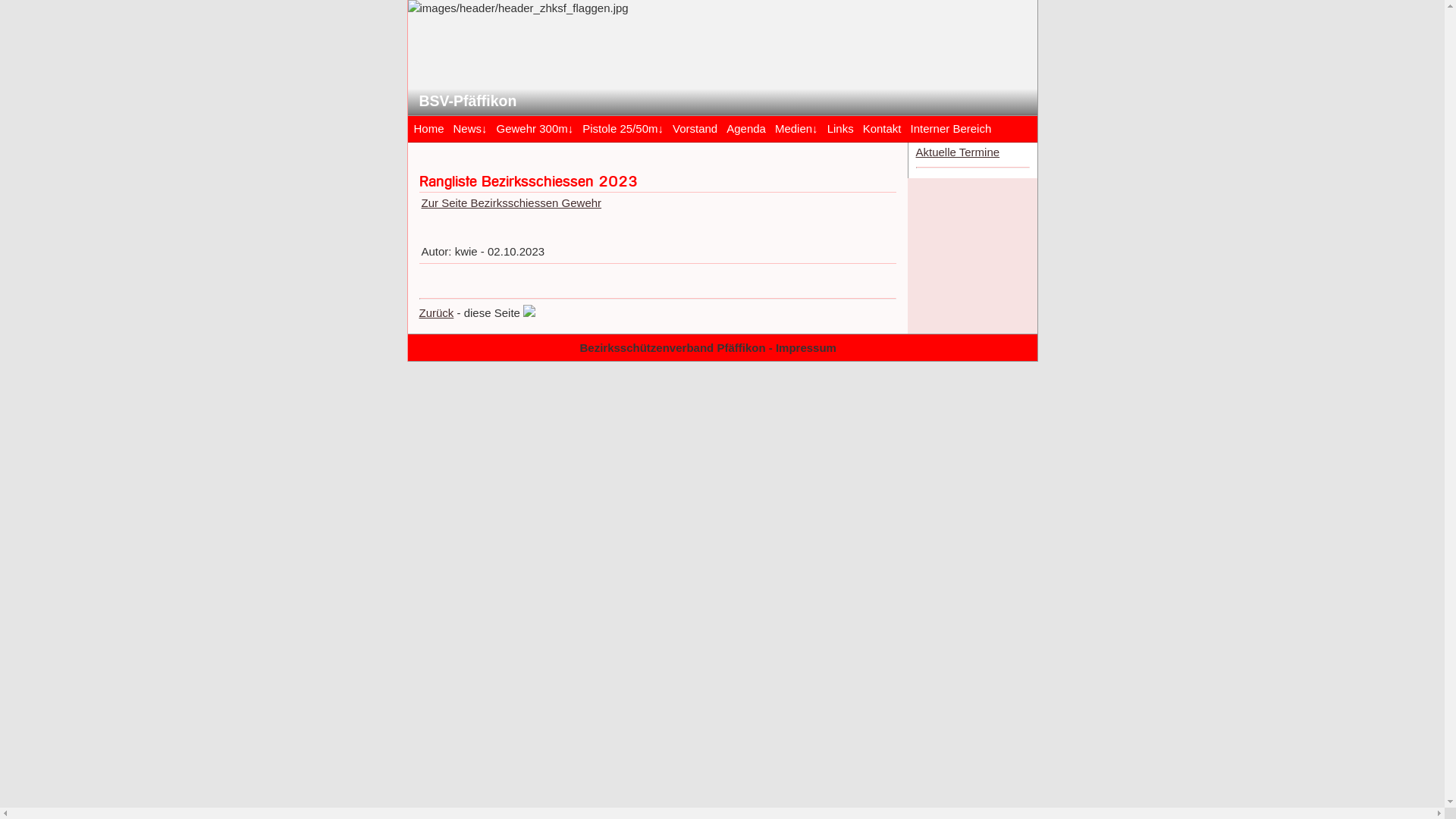 The image size is (1456, 819). Describe the element at coordinates (805, 347) in the screenshot. I see `'Impressum'` at that location.